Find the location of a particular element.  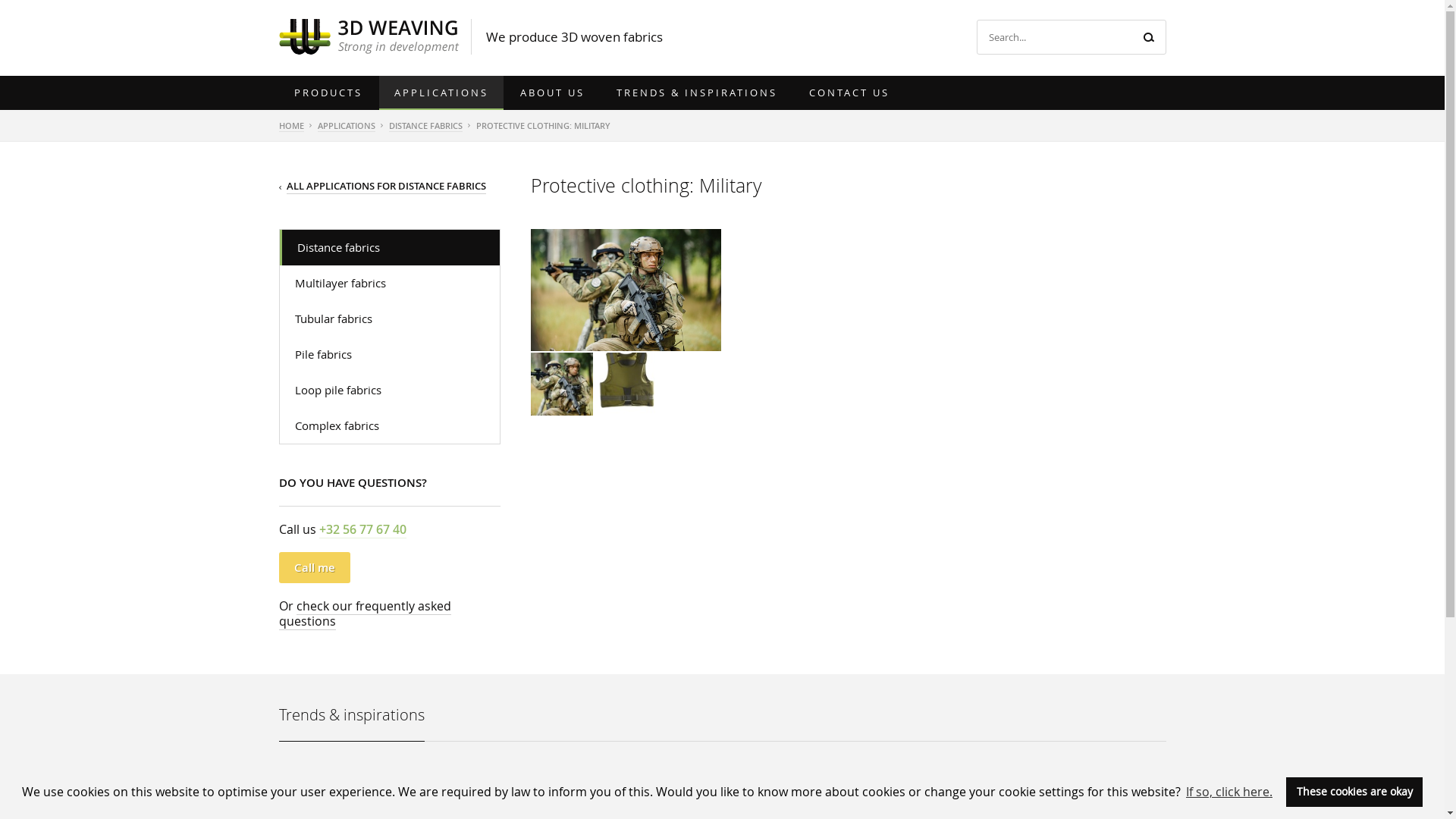

'These cookies are okay' is located at coordinates (1354, 791).